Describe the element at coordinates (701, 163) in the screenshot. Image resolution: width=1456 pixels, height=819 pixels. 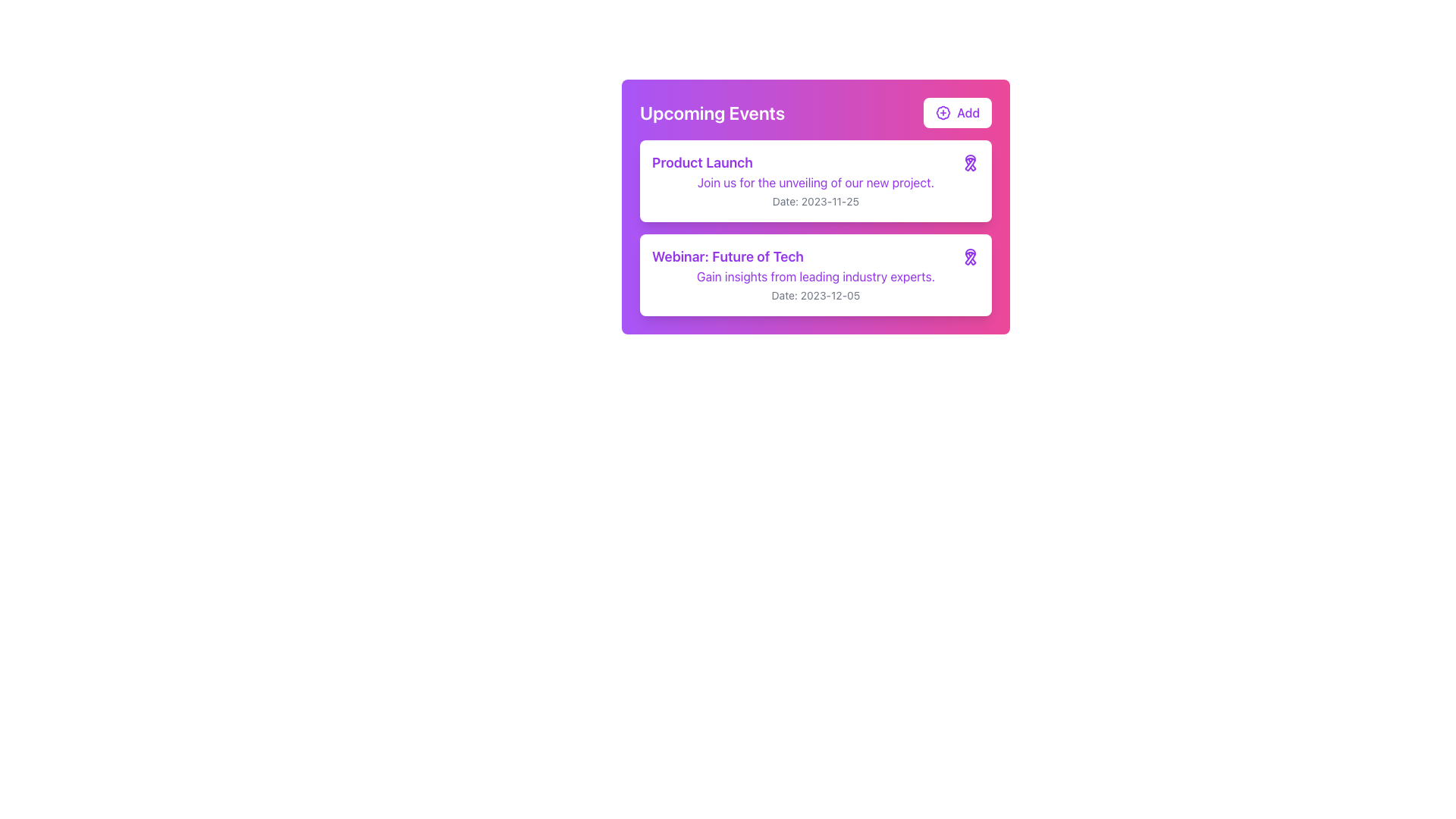
I see `the text label reading 'Product Launch', which is located in the top-left section of a white panel within the gradient background widget labeled 'Upcoming Events'` at that location.